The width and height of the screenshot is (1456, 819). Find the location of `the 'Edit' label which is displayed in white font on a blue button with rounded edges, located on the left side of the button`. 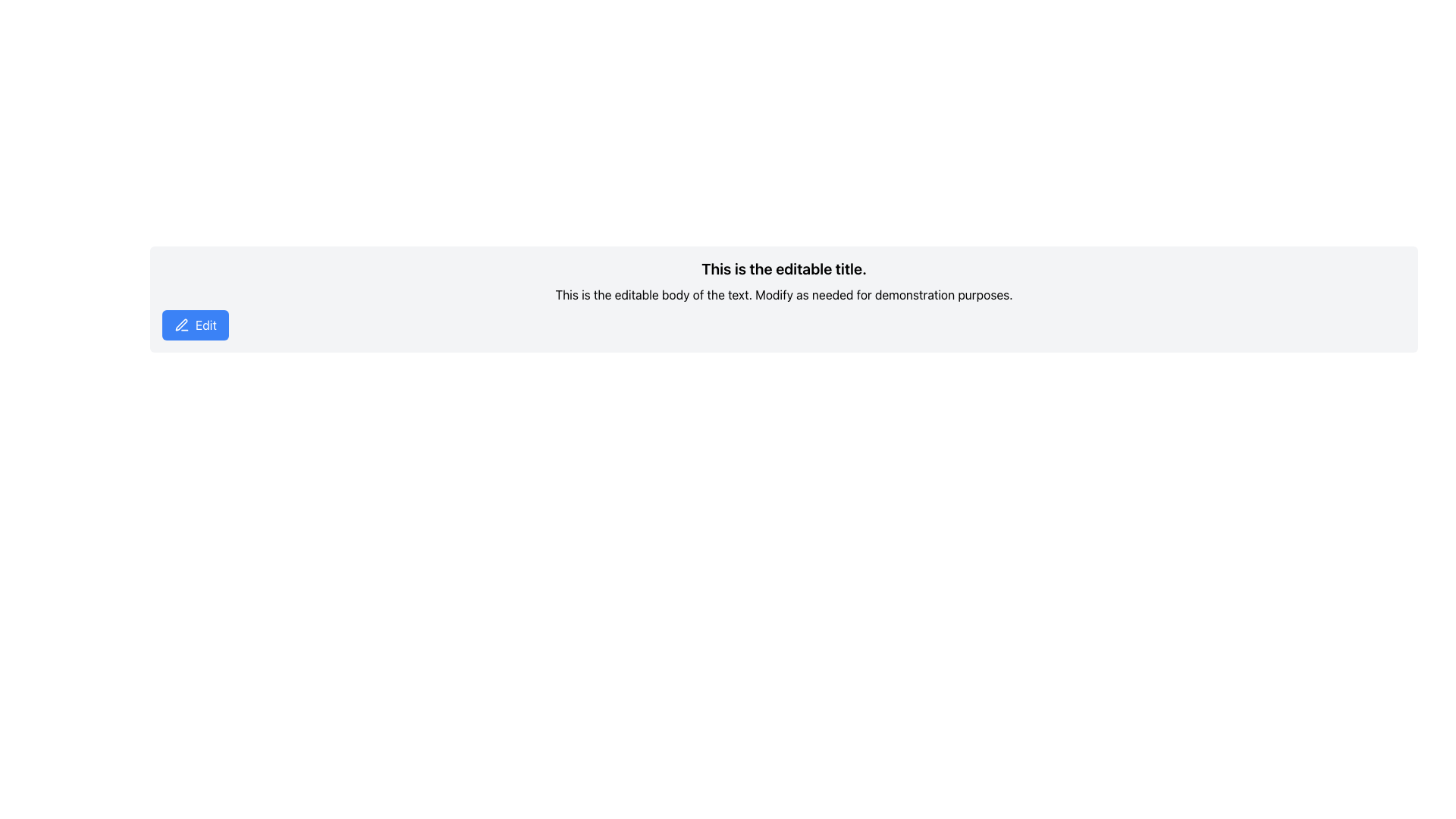

the 'Edit' label which is displayed in white font on a blue button with rounded edges, located on the left side of the button is located at coordinates (205, 324).